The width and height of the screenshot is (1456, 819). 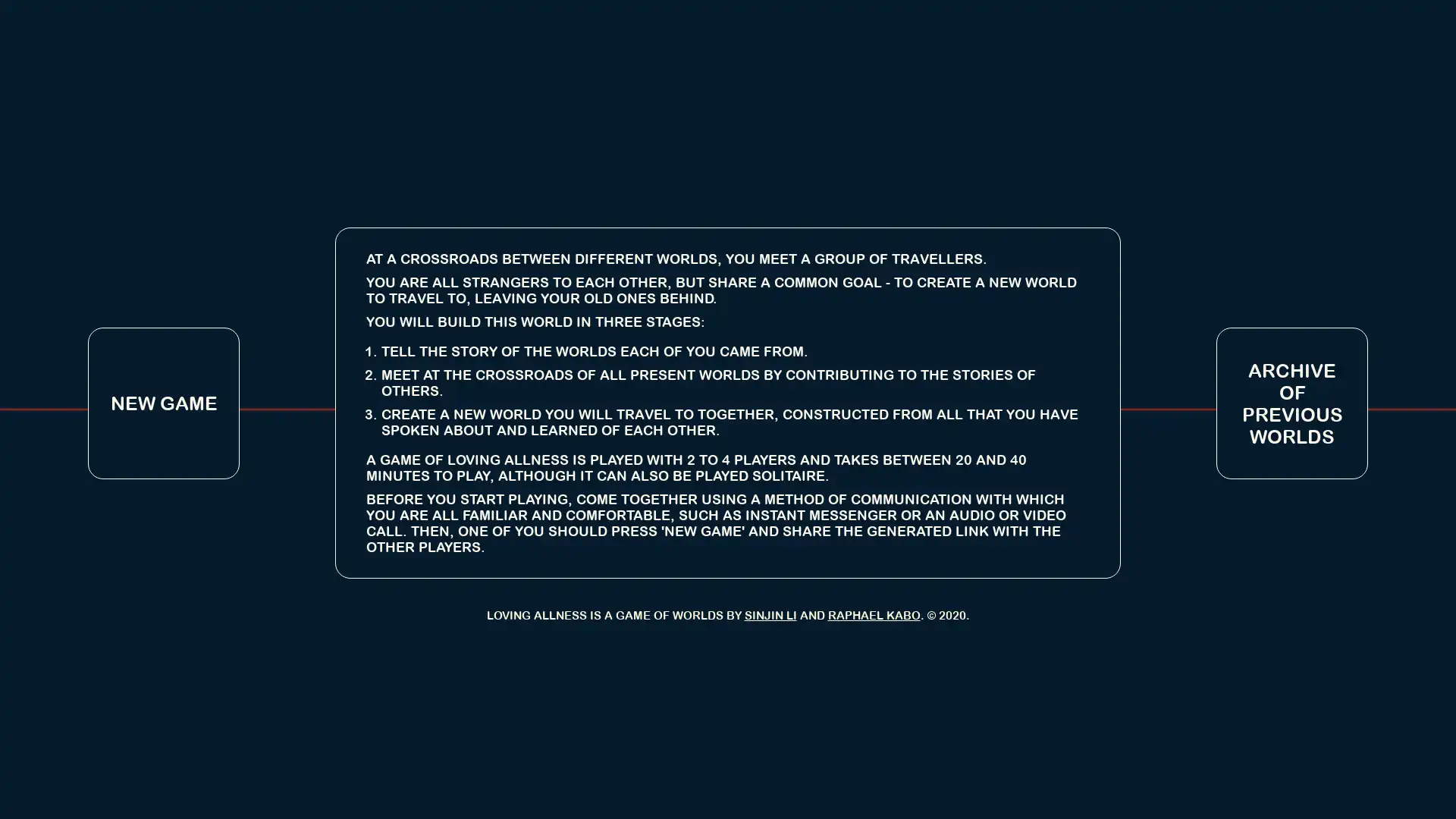 I want to click on NEW GAME, so click(x=164, y=402).